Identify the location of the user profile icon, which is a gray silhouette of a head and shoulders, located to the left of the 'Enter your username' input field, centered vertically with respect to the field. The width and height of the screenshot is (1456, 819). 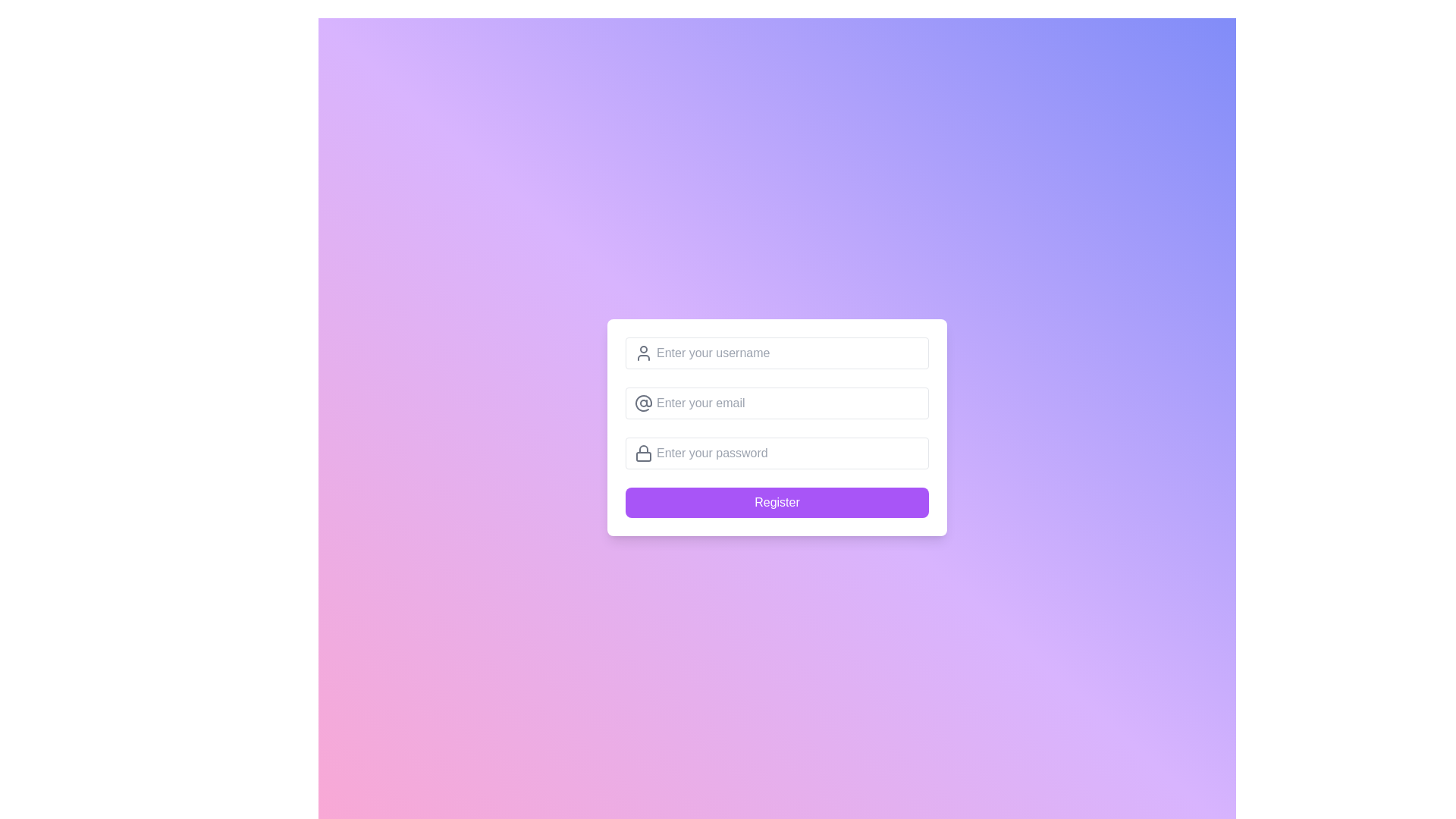
(644, 353).